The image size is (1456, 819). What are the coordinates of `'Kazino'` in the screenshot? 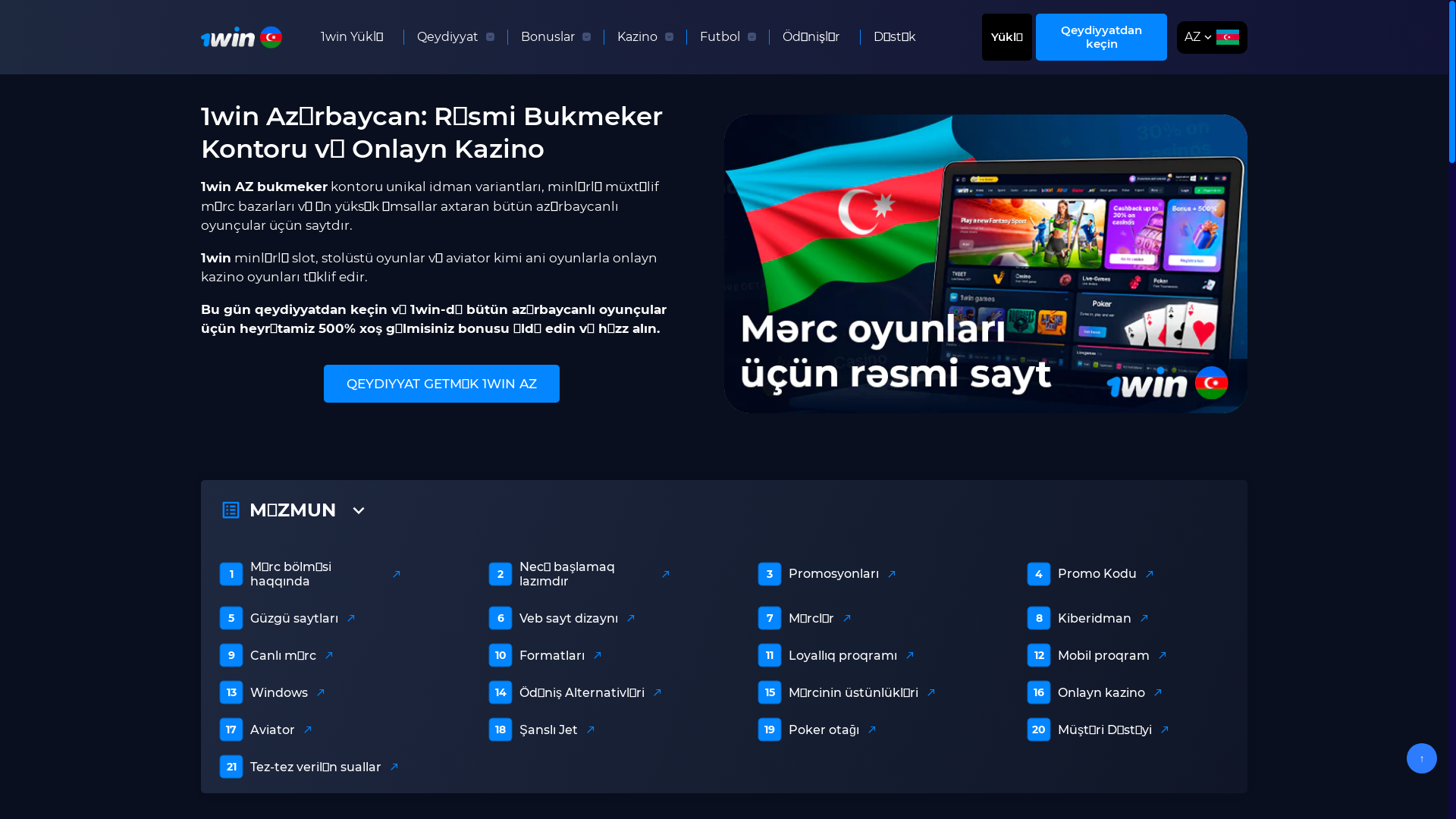 It's located at (637, 36).